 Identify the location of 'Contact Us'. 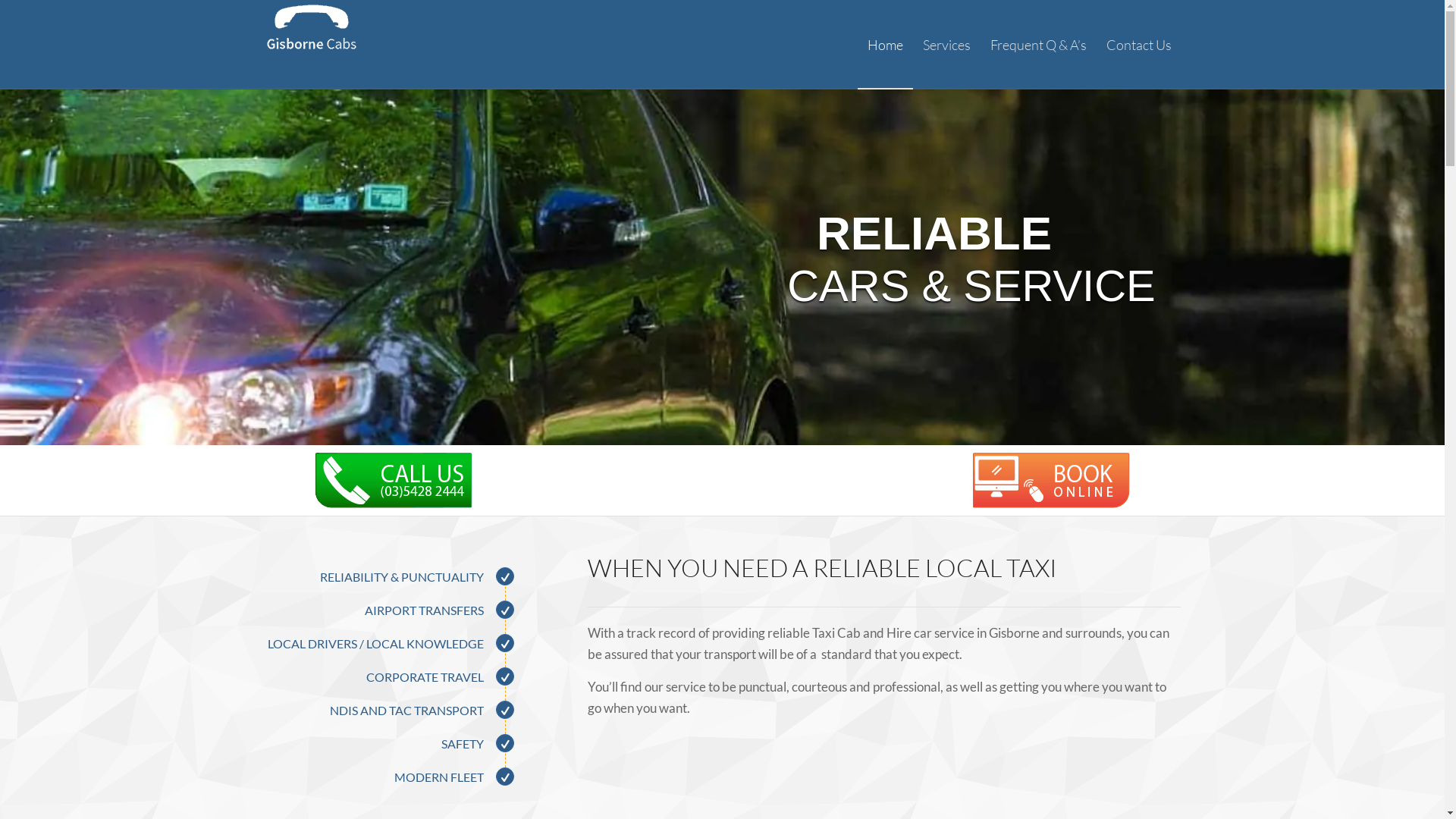
(1096, 43).